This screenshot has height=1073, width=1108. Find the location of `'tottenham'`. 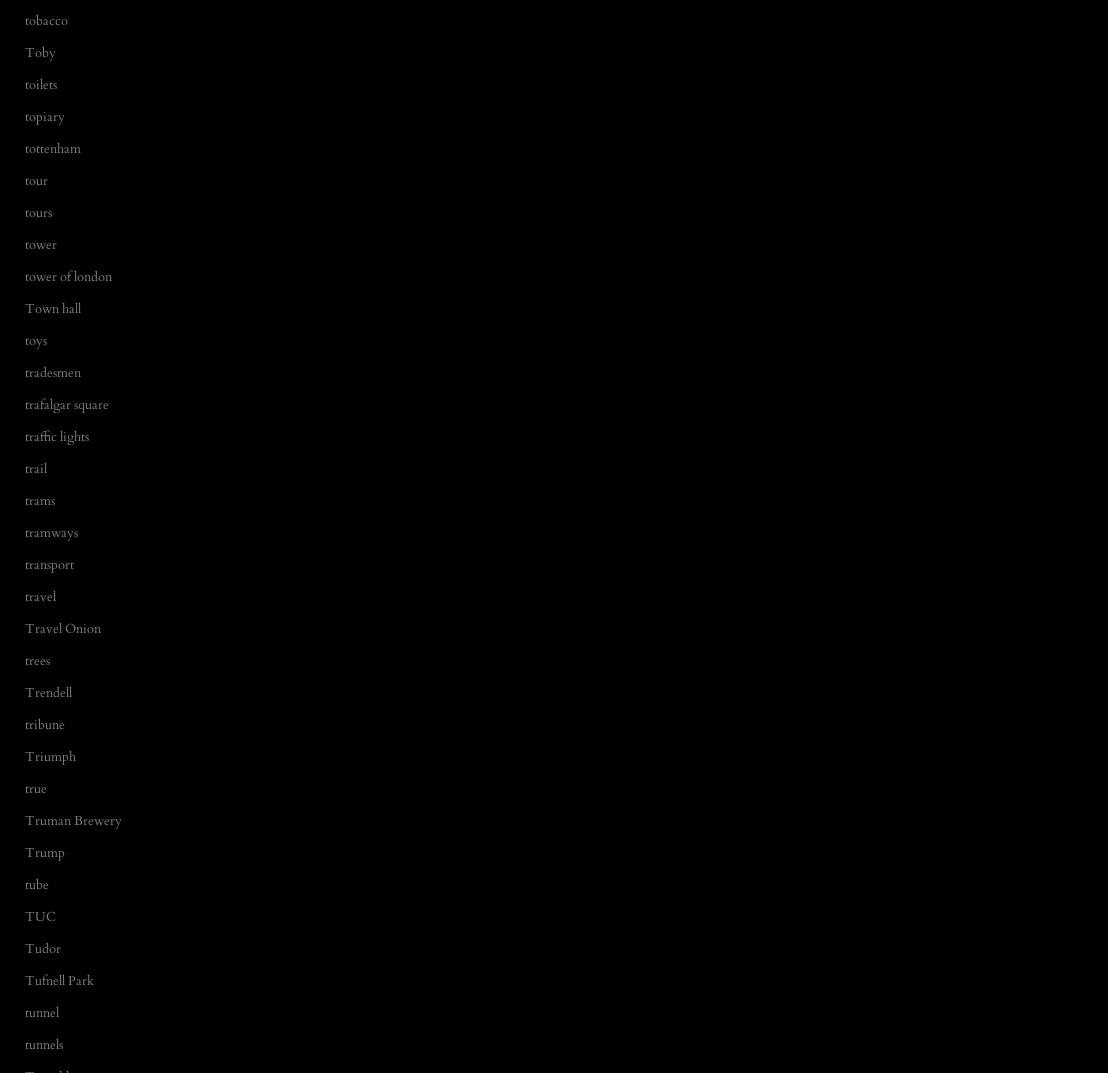

'tottenham' is located at coordinates (51, 146).